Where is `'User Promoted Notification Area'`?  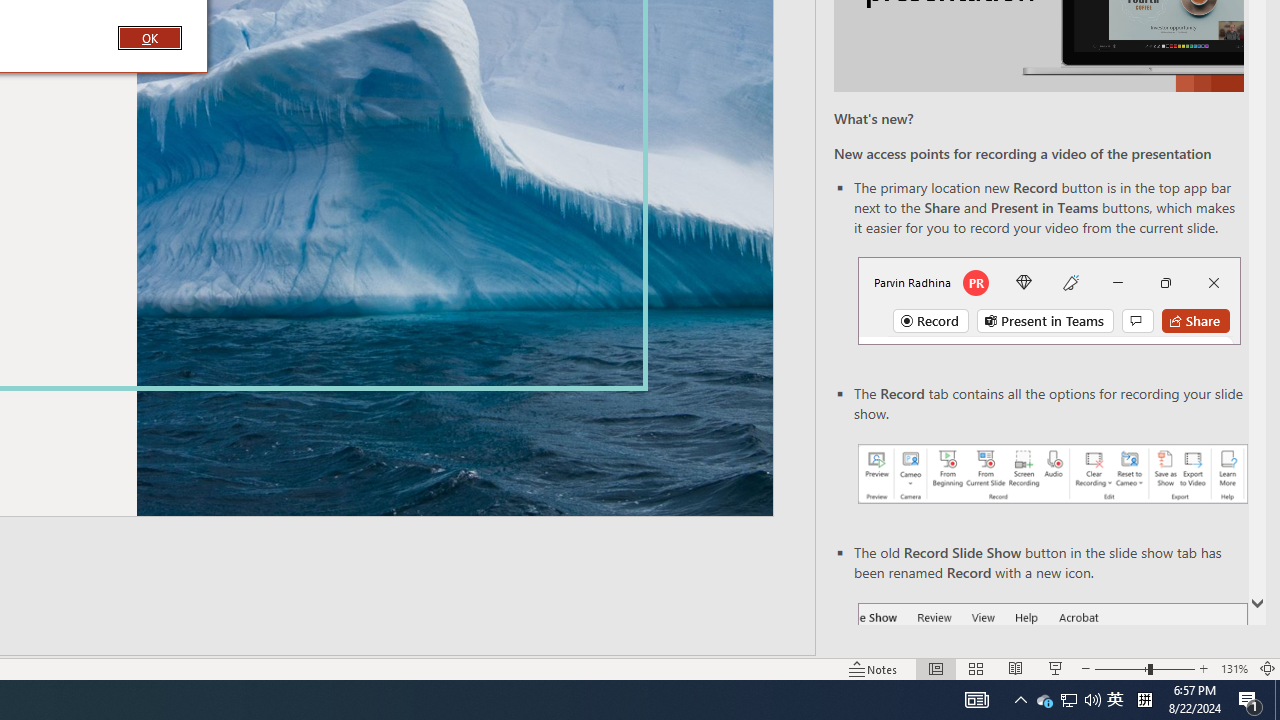 'User Promoted Notification Area' is located at coordinates (1068, 698).